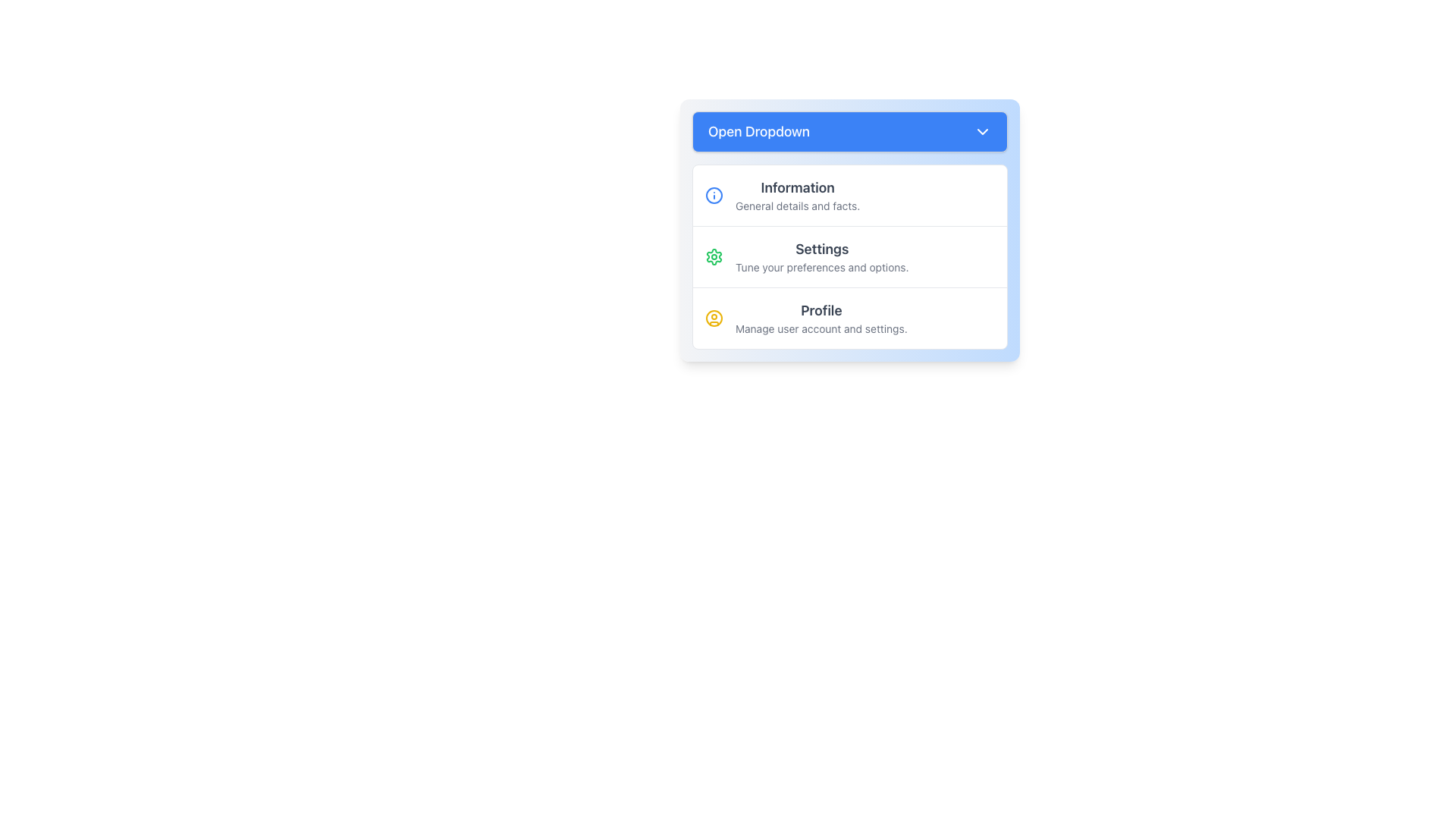 Image resolution: width=1456 pixels, height=819 pixels. What do you see at coordinates (850, 256) in the screenshot?
I see `the second list item in the dropdown menu labeled 'Settings', which features a green gear icon and descriptive text` at bounding box center [850, 256].